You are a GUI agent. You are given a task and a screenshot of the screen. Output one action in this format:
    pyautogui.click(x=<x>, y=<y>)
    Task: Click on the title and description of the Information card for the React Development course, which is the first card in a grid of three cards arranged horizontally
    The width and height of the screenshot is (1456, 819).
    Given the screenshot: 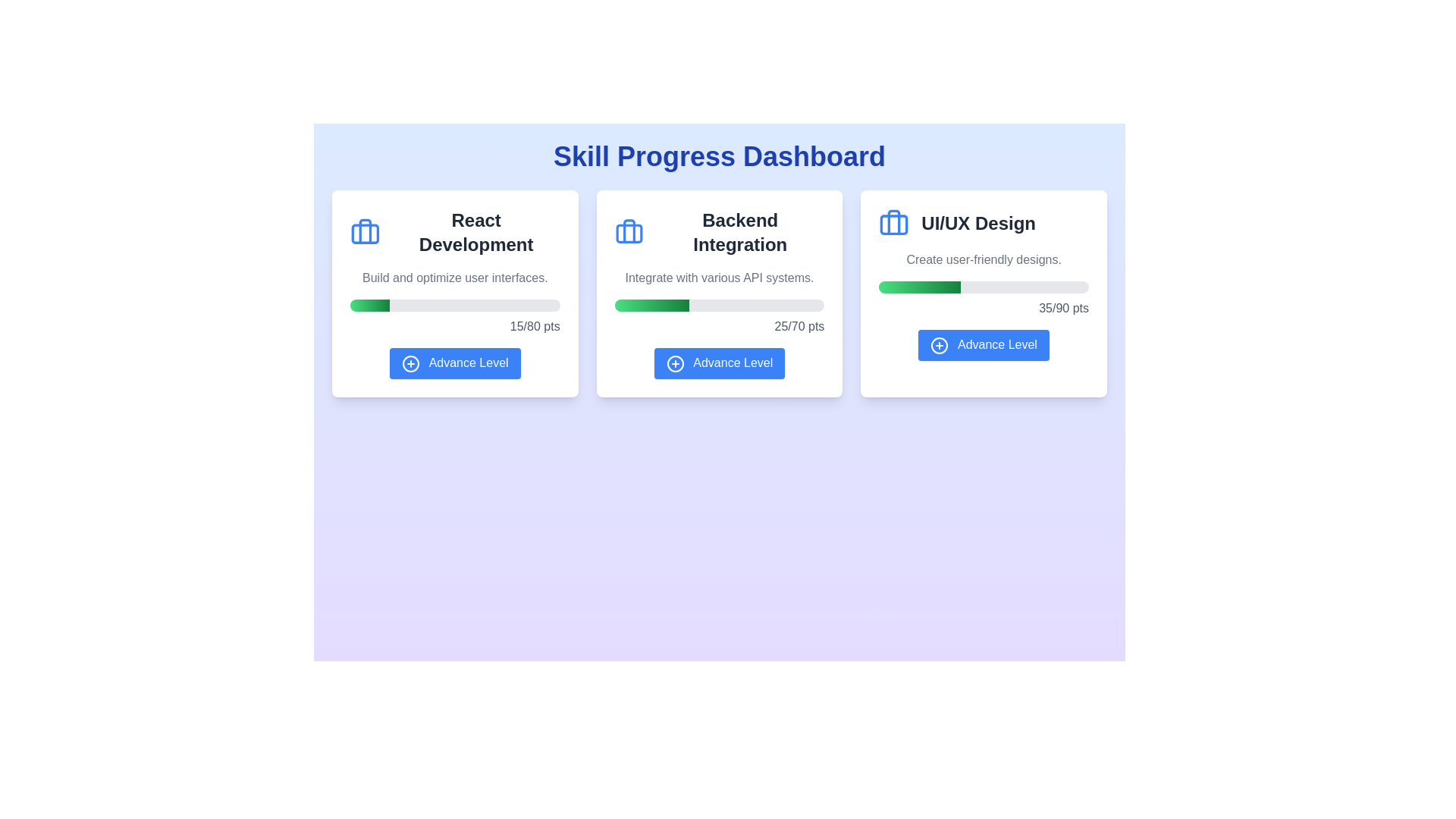 What is the action you would take?
    pyautogui.click(x=454, y=293)
    